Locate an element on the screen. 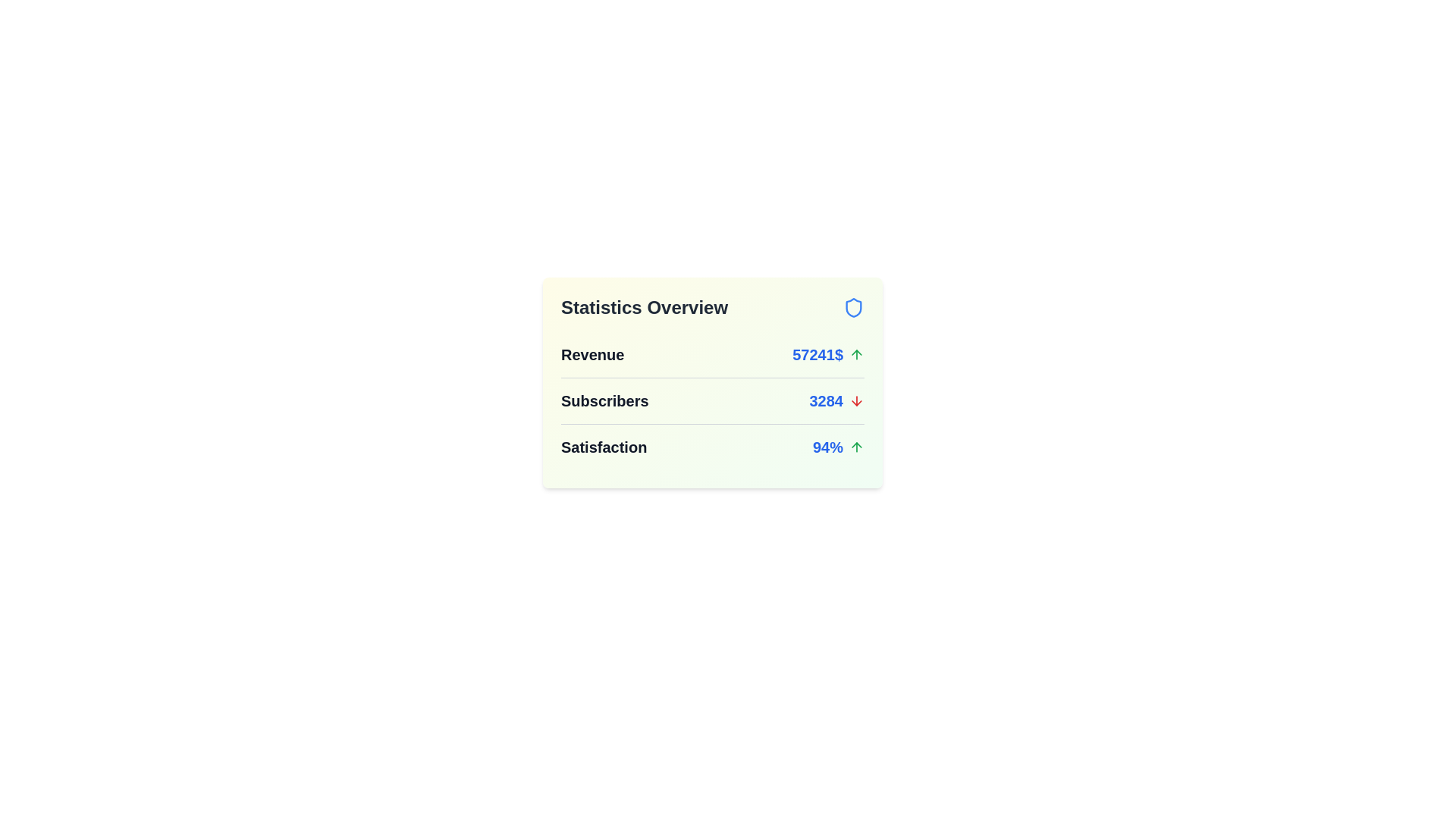  the numeric value 94% to select it is located at coordinates (827, 447).